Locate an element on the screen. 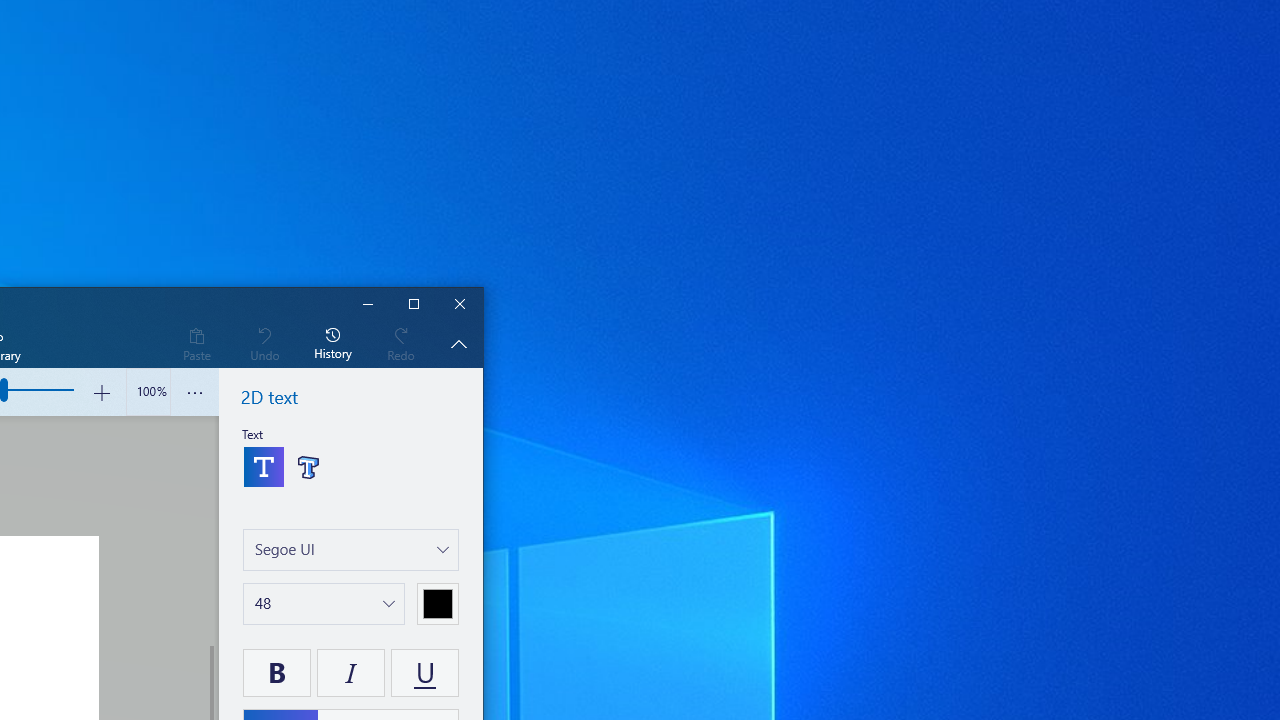  'Undo' is located at coordinates (263, 342).